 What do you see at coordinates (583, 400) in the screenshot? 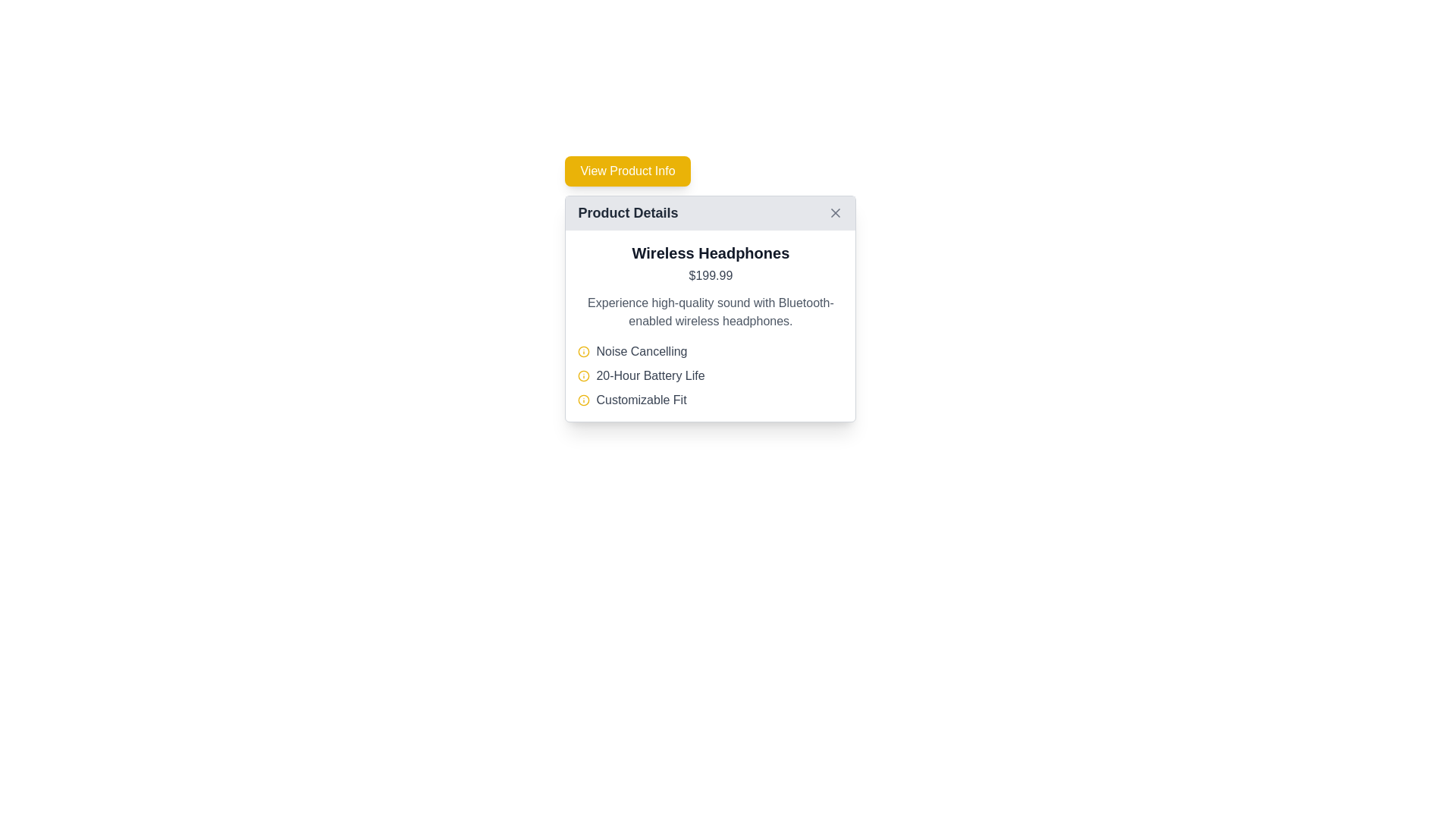
I see `the information icon located to the left of the 'Customizable Fit' feature text` at bounding box center [583, 400].